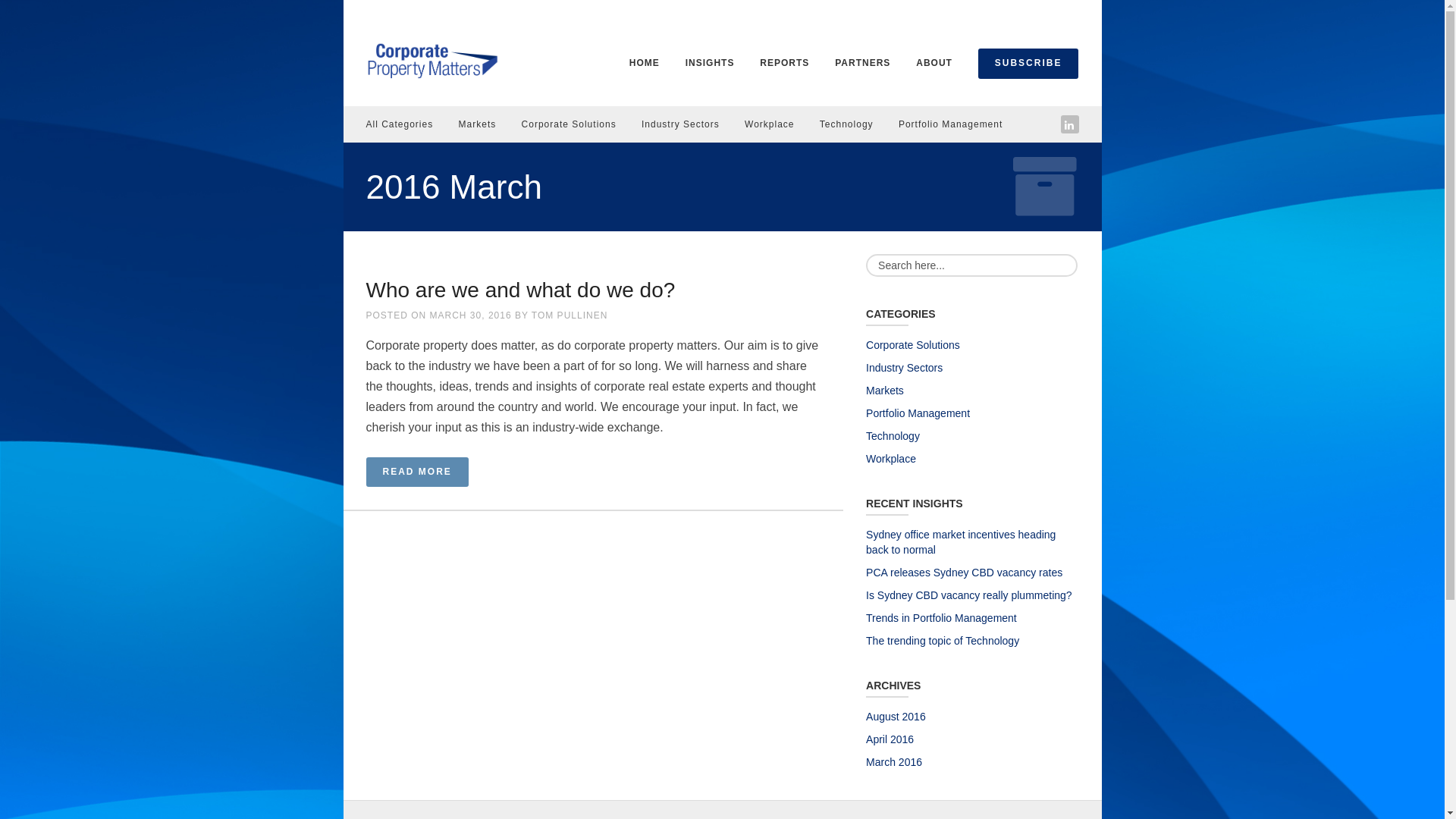 The image size is (1456, 819). What do you see at coordinates (431, 58) in the screenshot?
I see `'Corporate Property Matters'` at bounding box center [431, 58].